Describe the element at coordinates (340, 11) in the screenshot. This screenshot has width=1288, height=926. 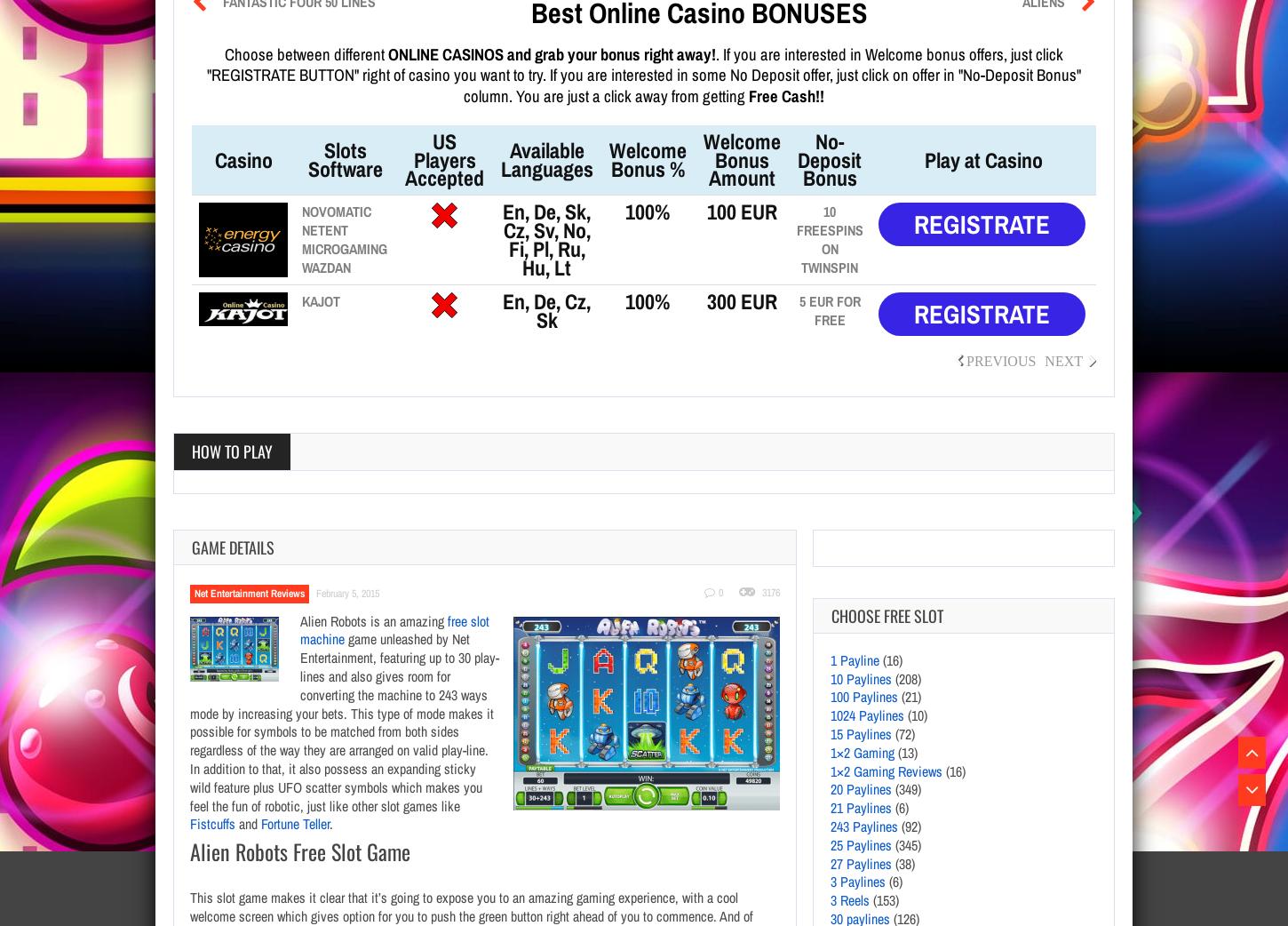
I see `'3125 Paylines'` at that location.